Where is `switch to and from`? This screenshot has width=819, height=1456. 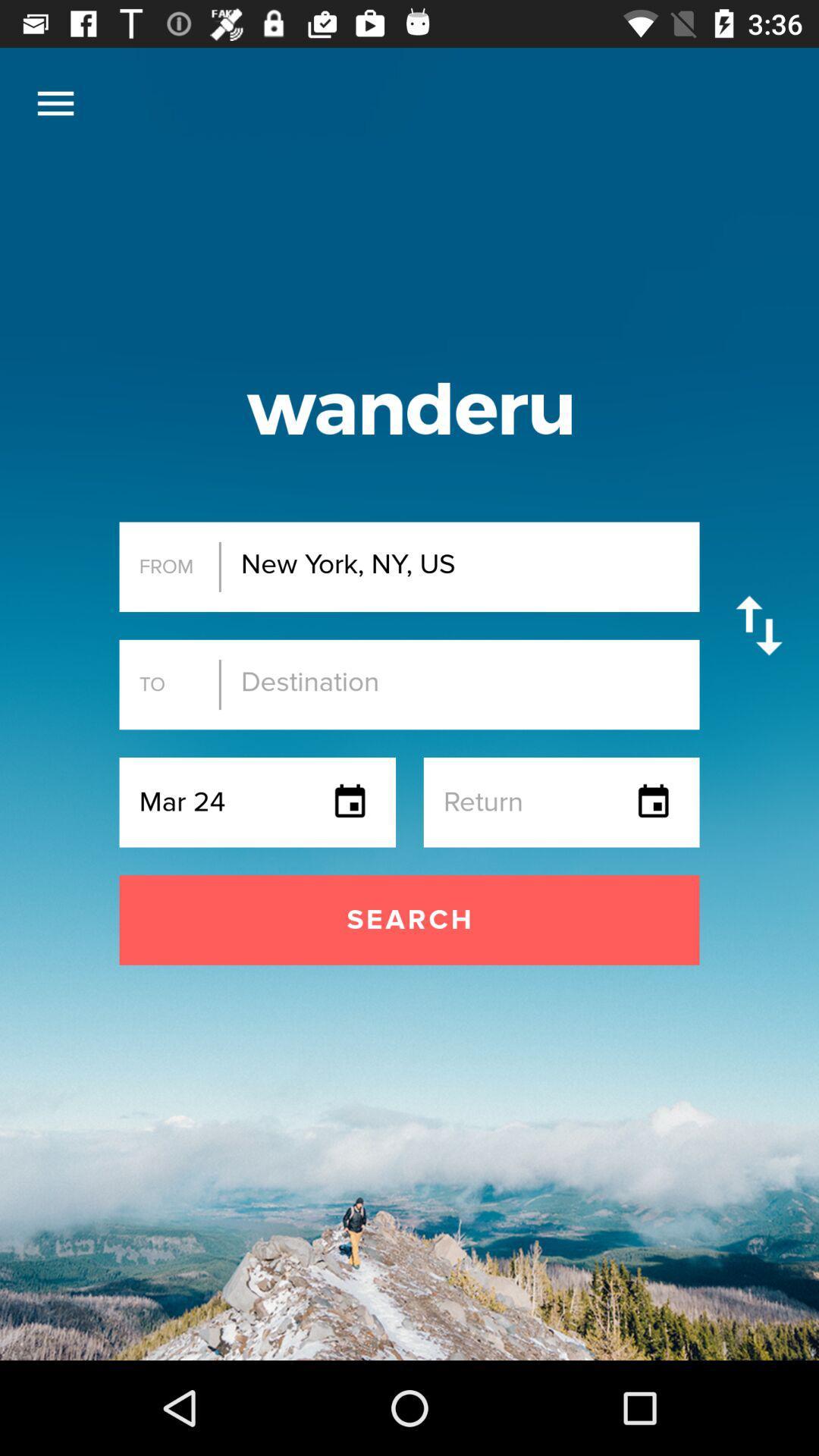 switch to and from is located at coordinates (759, 626).